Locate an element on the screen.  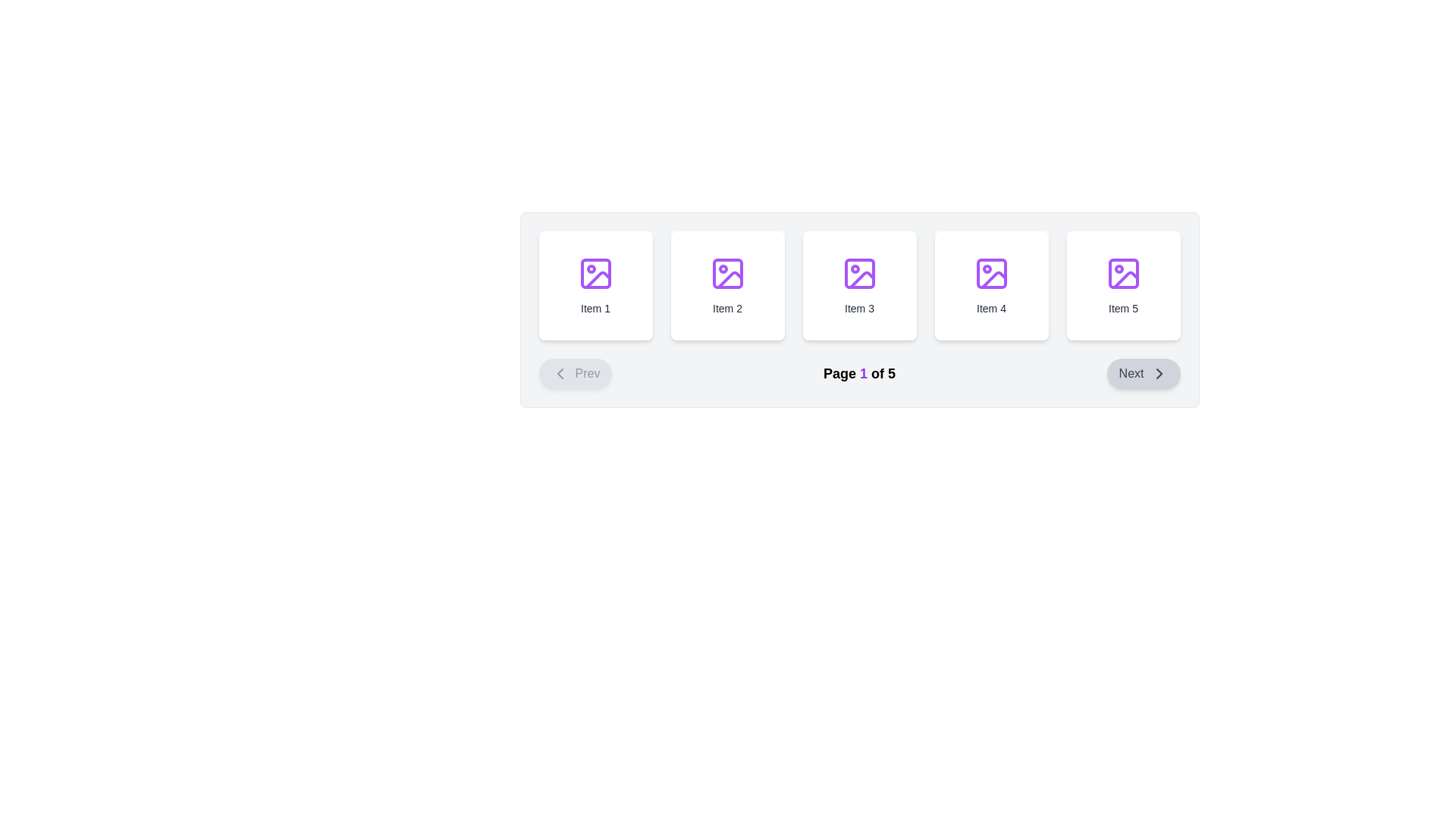
the 'Prev' text label within the navigation button, which is part of a circular button with a gray background located at the bottom-left corner of the content carousel is located at coordinates (586, 374).